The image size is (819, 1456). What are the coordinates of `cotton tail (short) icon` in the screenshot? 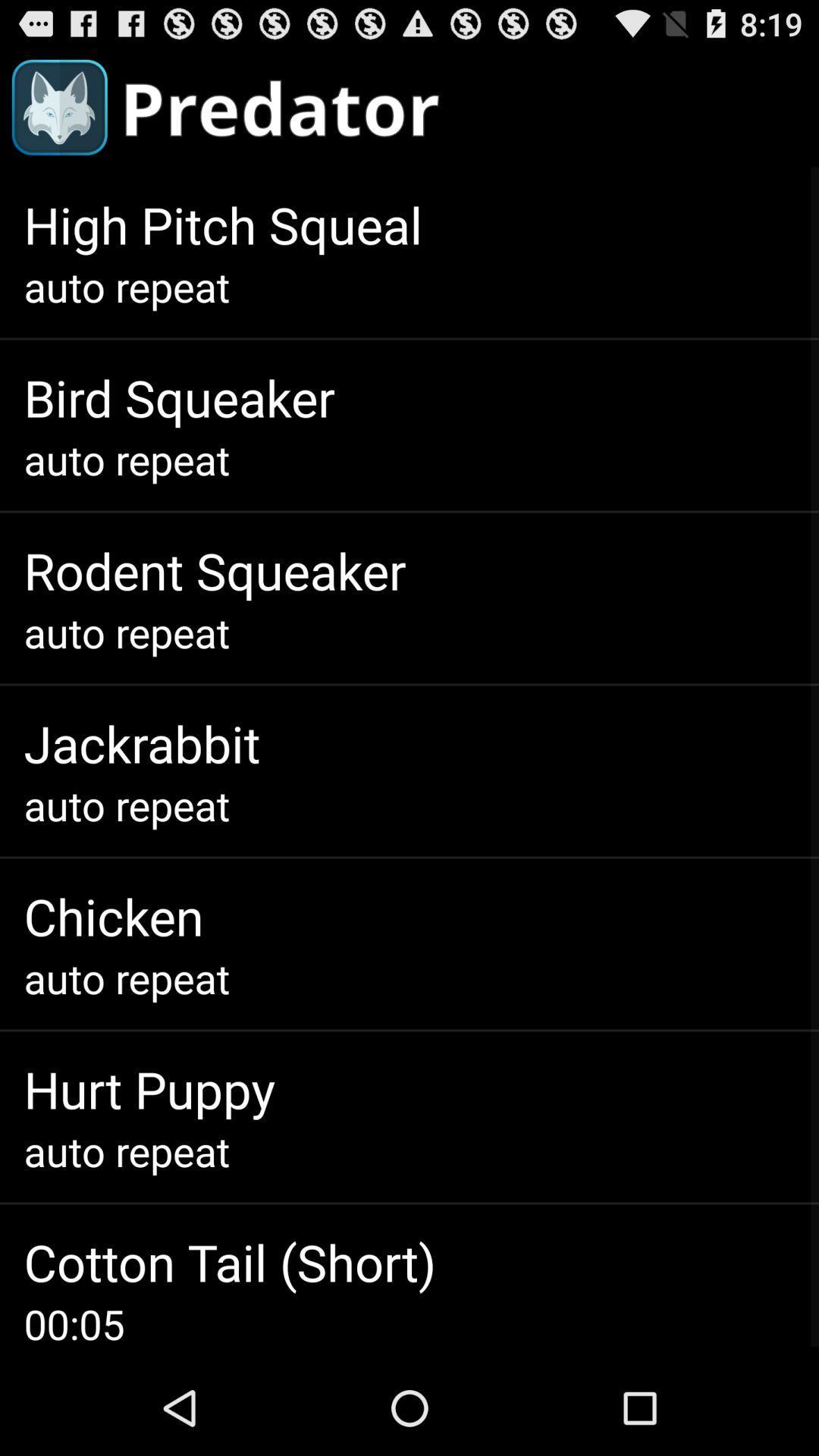 It's located at (230, 1262).